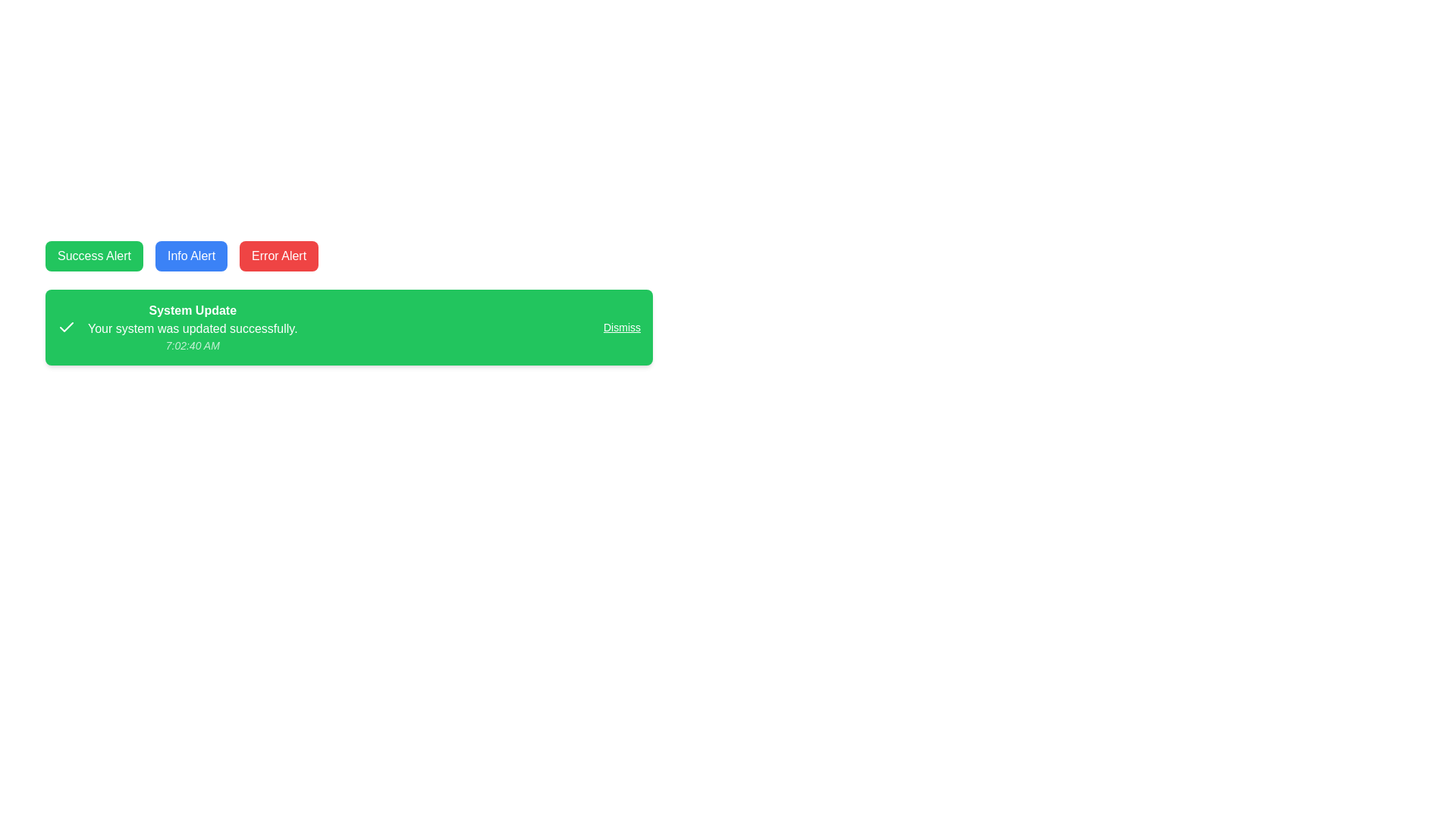 This screenshot has height=819, width=1456. Describe the element at coordinates (192, 328) in the screenshot. I see `the notification message Text label that indicates a successful system update, located below the title 'System Update' and above the timestamp '7:02:40 AM'` at that location.